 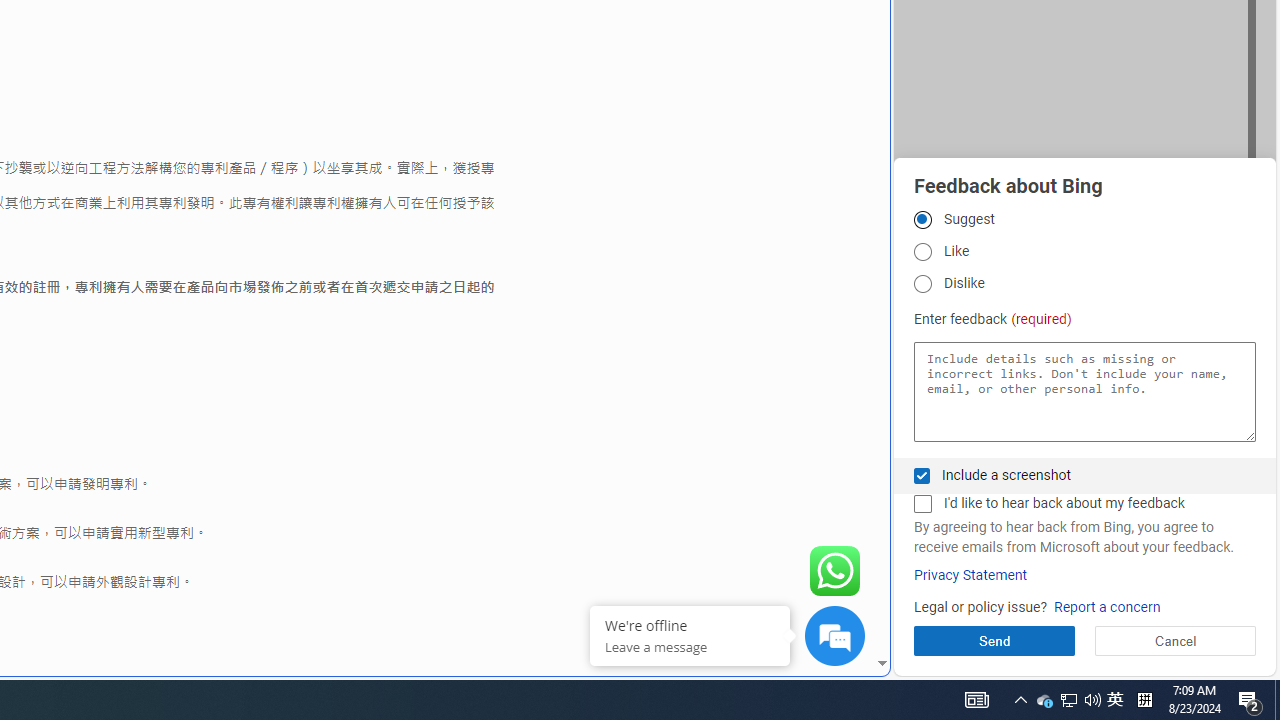 I want to click on 'Include a screenshot', so click(x=921, y=475).